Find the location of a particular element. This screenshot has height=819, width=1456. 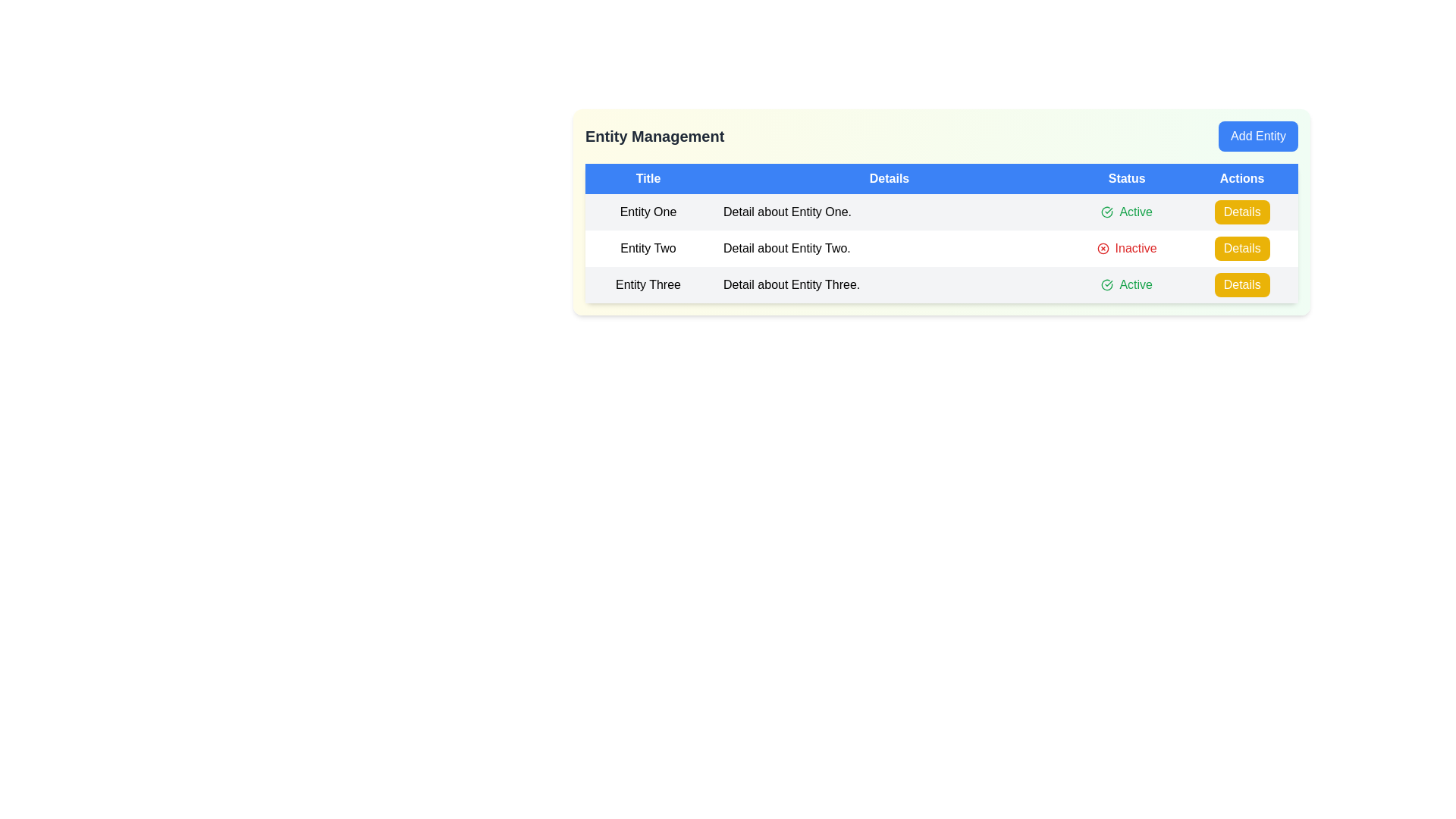

label of the 'Details' tab, which is a blue rectangular header element with white text, positioned as the second tab in a horizontal sequence in the table header is located at coordinates (889, 177).